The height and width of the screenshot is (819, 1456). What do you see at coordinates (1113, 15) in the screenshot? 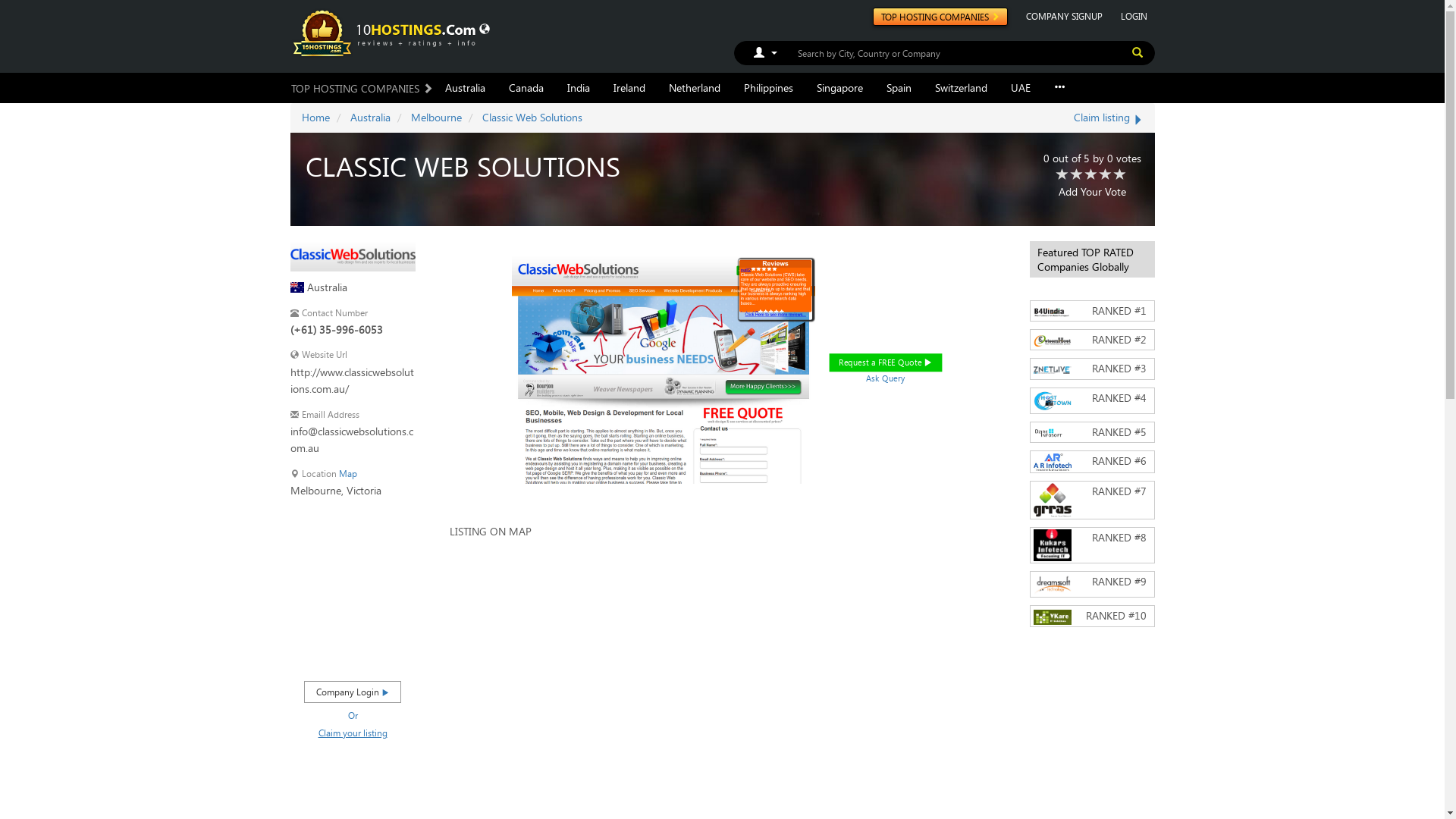
I see `'LOGIN'` at bounding box center [1113, 15].